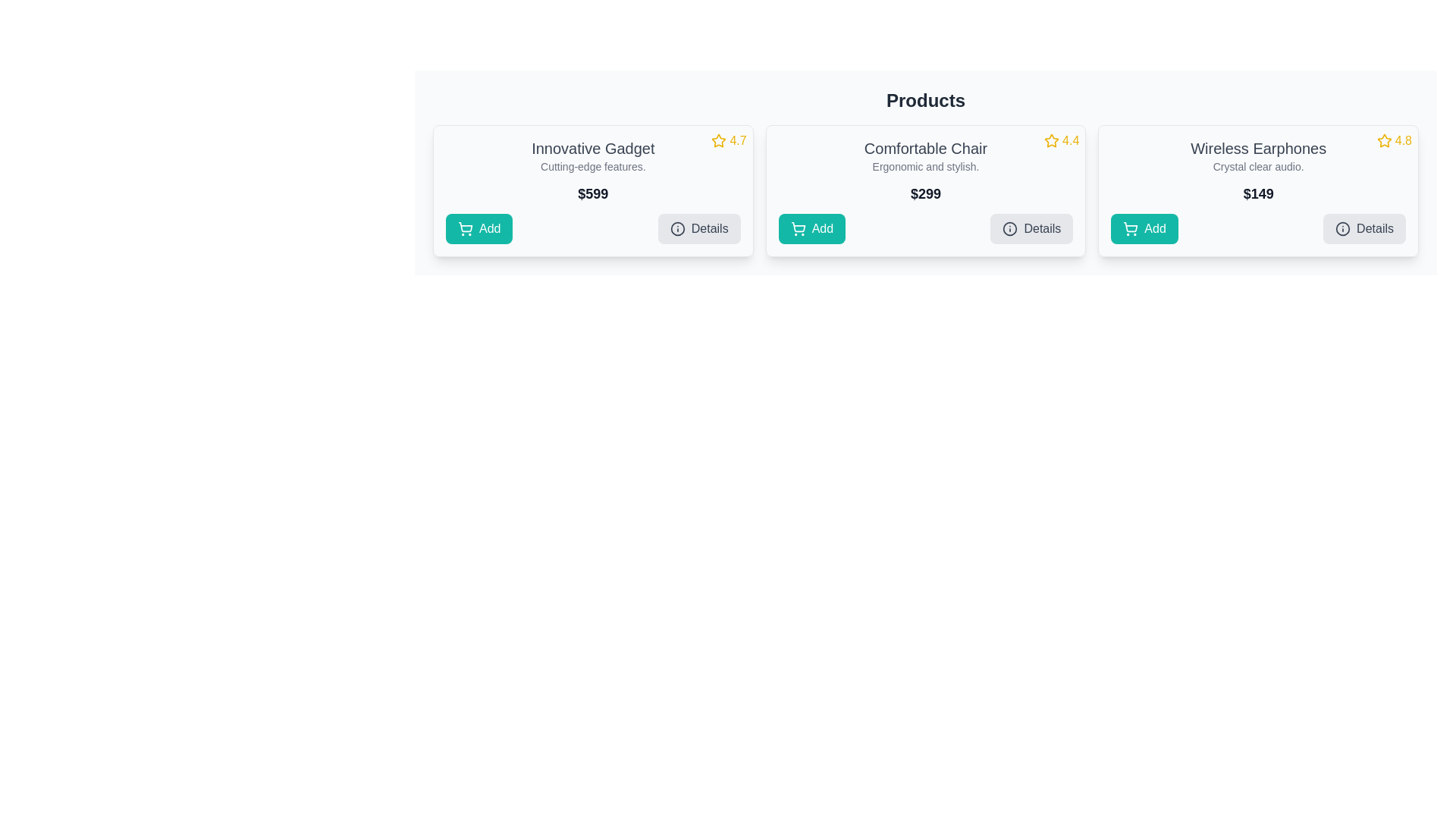  I want to click on the star icon representing the rating for the 'Comfortable Chair' product, located at the top-right corner of the product card next to the rating text '4.4', so click(1051, 140).